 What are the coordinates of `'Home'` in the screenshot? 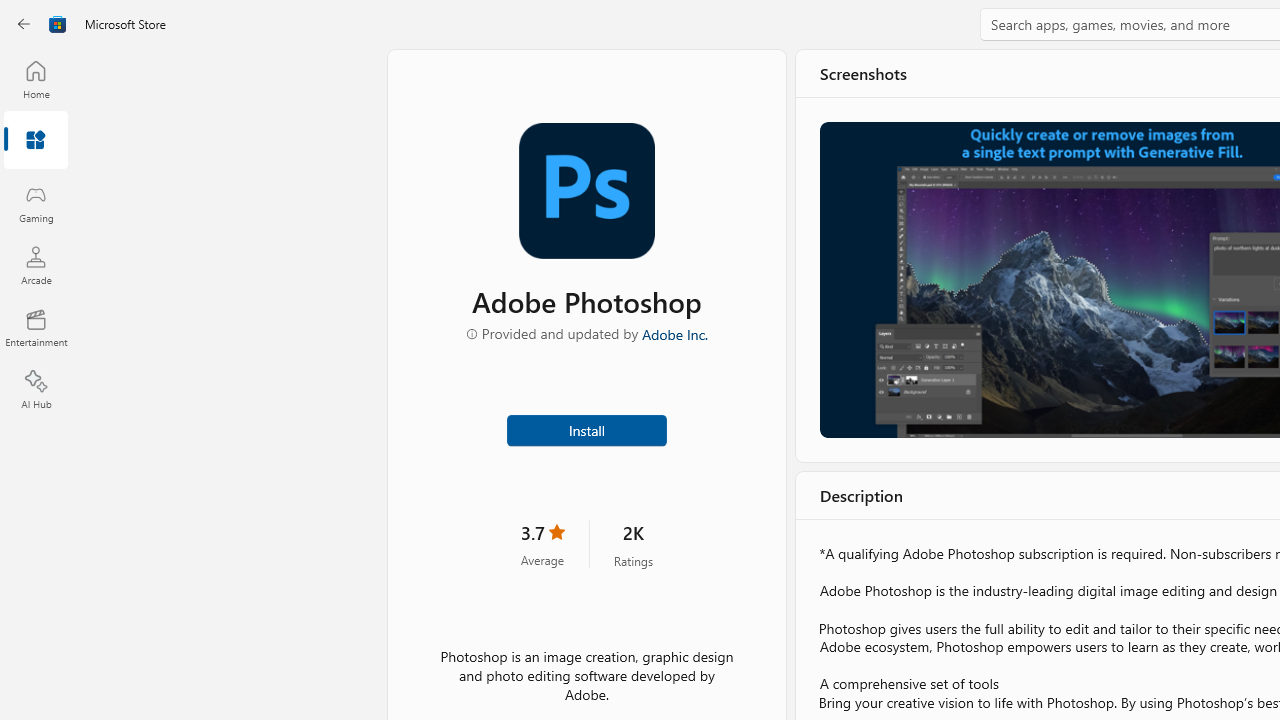 It's located at (35, 78).